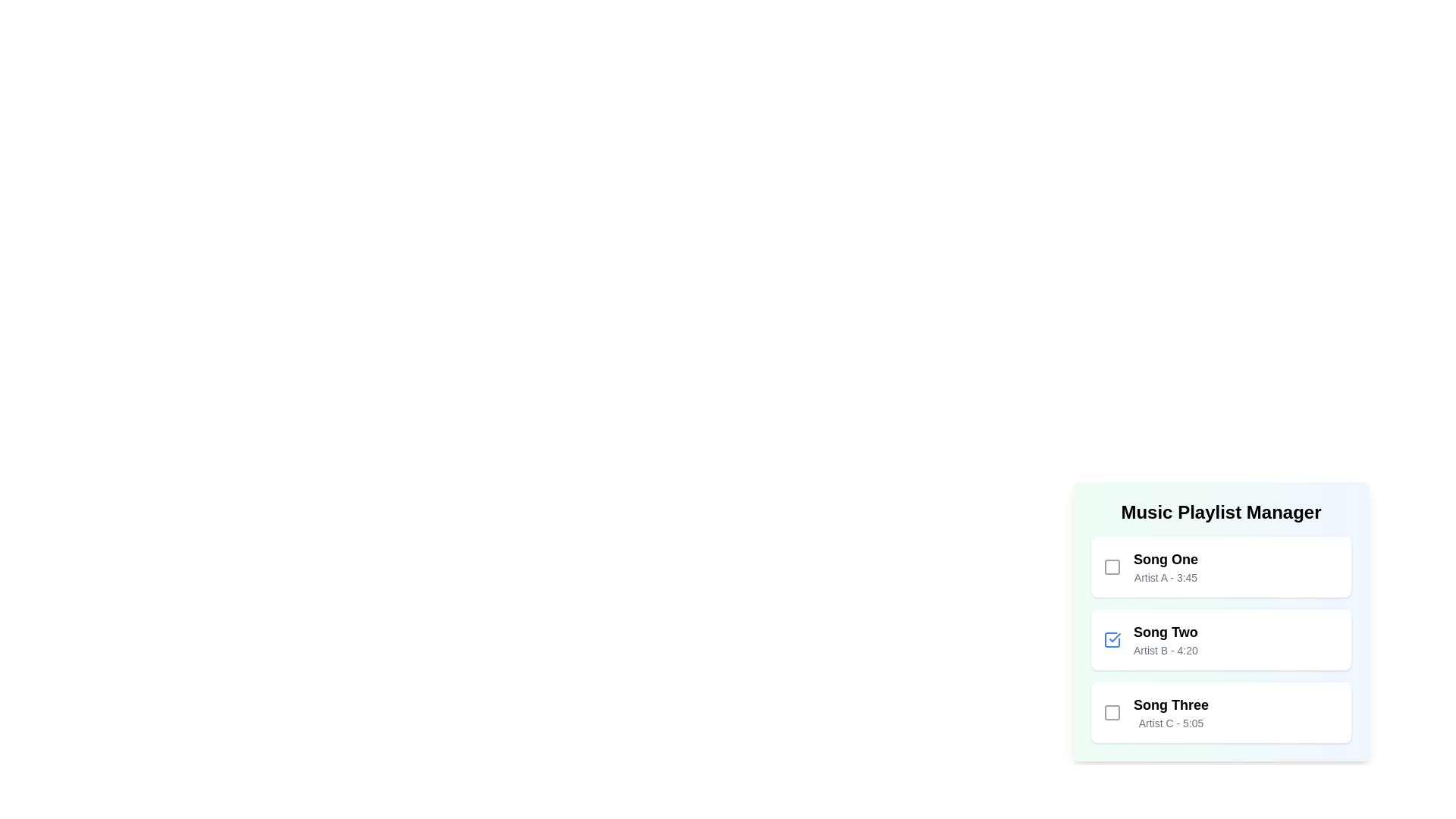 The width and height of the screenshot is (1456, 819). What do you see at coordinates (1221, 567) in the screenshot?
I see `the checkbox of the first playlist entry in the 'Music Playlist Manager' to check the box and mark the song` at bounding box center [1221, 567].